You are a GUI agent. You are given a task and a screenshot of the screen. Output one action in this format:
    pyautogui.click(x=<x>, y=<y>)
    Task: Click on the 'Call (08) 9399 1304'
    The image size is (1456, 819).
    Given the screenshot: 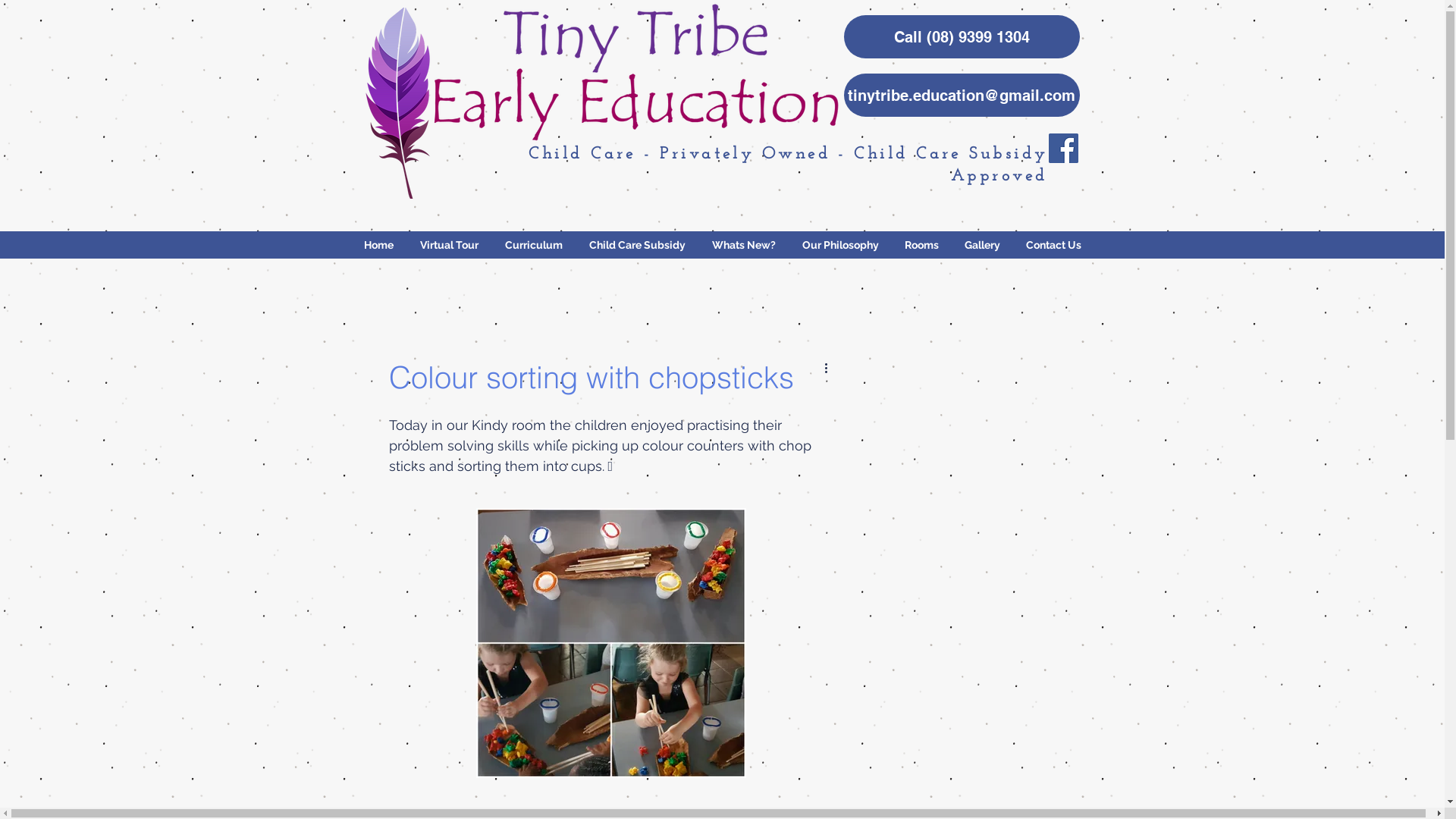 What is the action you would take?
    pyautogui.click(x=843, y=36)
    